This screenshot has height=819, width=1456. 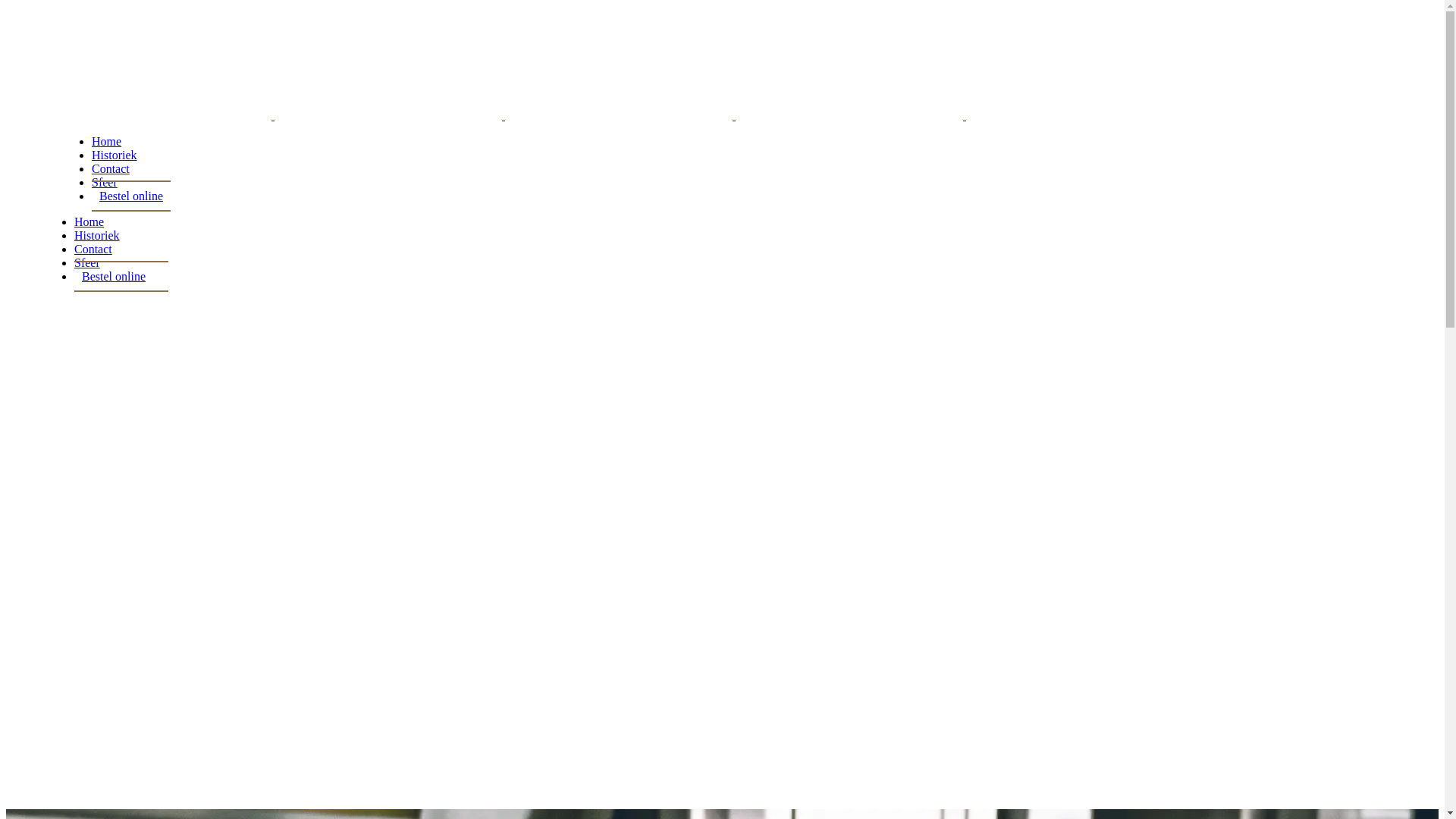 What do you see at coordinates (113, 155) in the screenshot?
I see `'Historiek'` at bounding box center [113, 155].